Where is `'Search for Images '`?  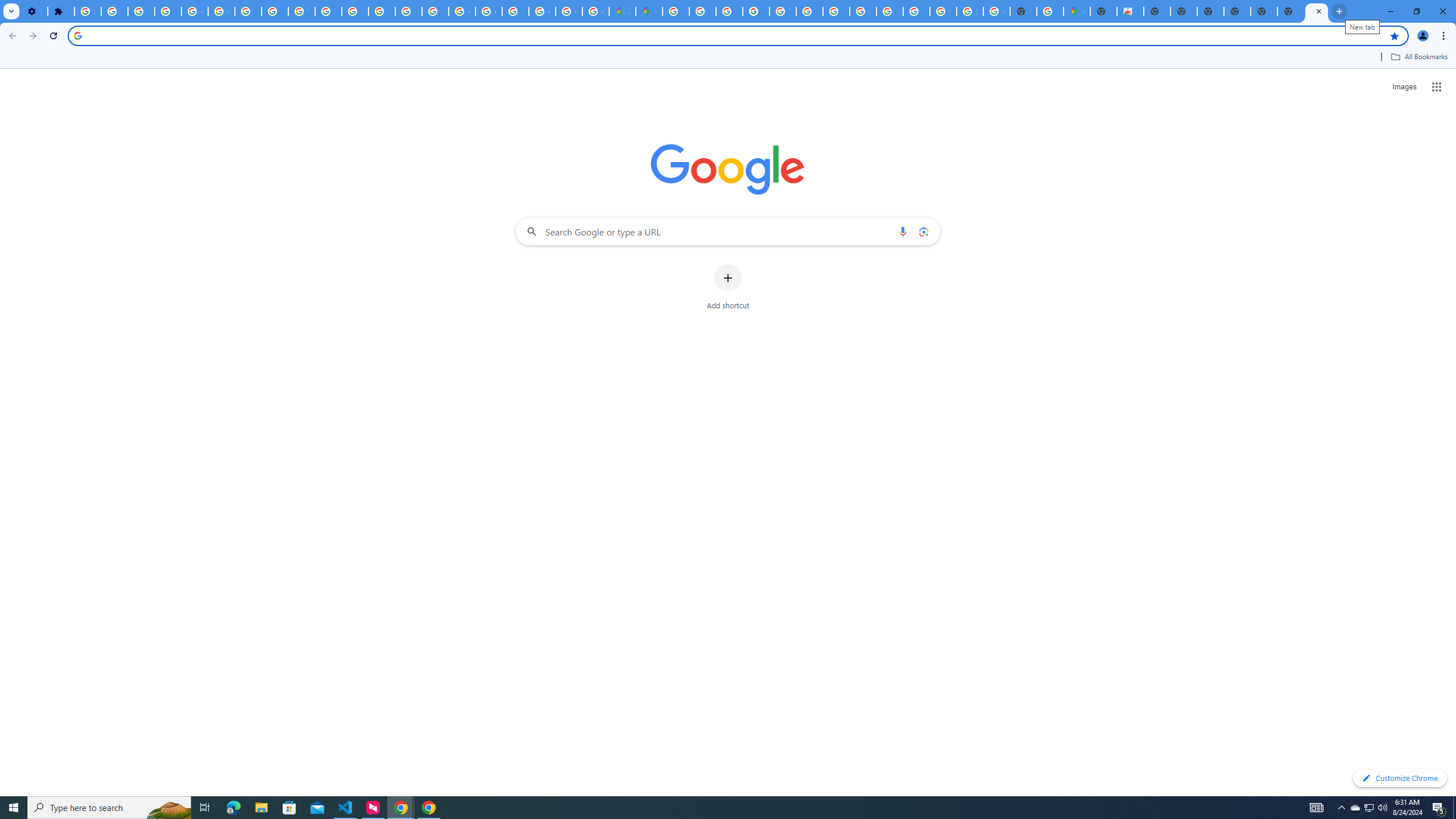
'Search for Images ' is located at coordinates (1404, 87).